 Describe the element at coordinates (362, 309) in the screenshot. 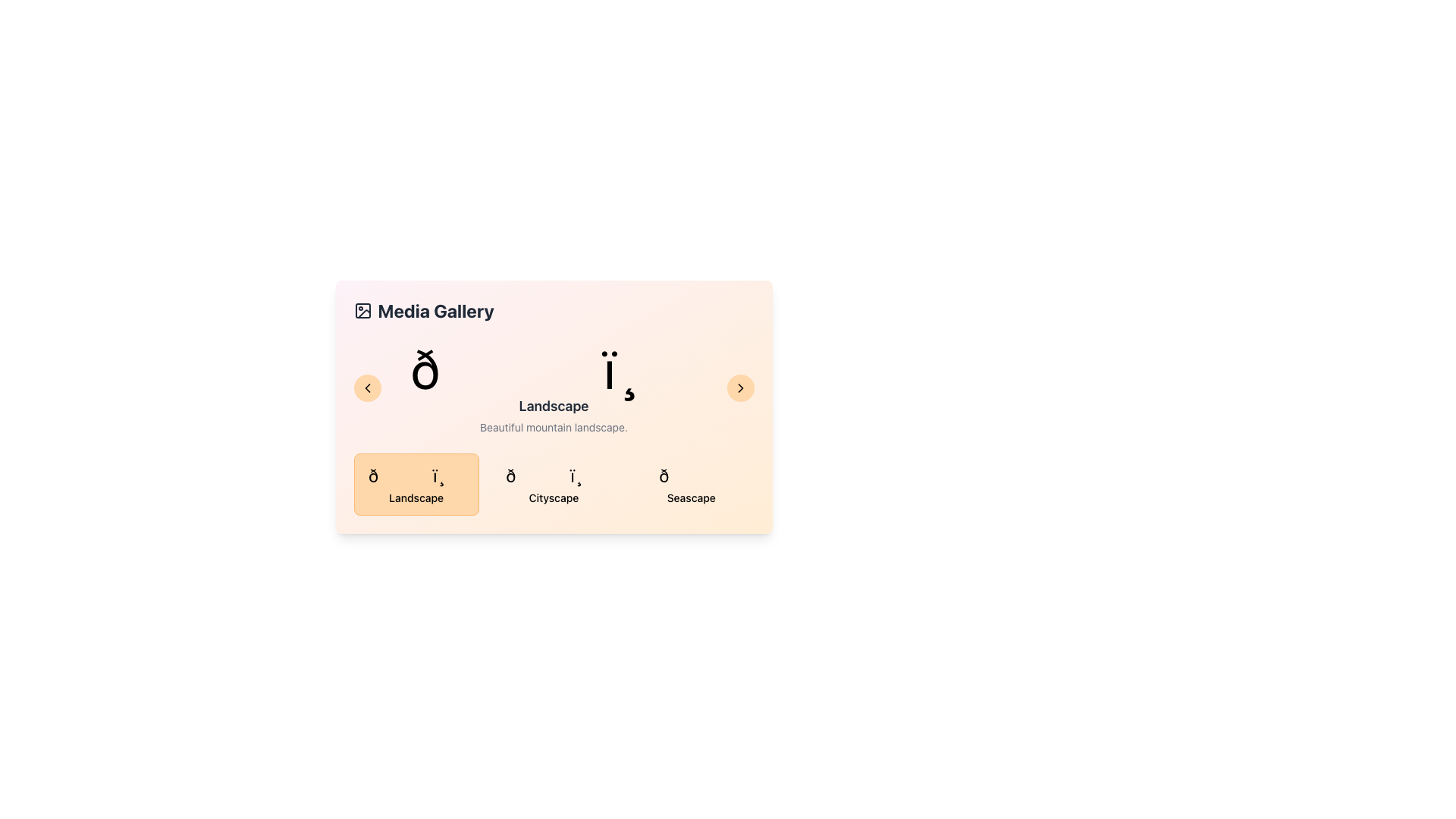

I see `the SVG image icon located at the top-left corner of the header section` at that location.